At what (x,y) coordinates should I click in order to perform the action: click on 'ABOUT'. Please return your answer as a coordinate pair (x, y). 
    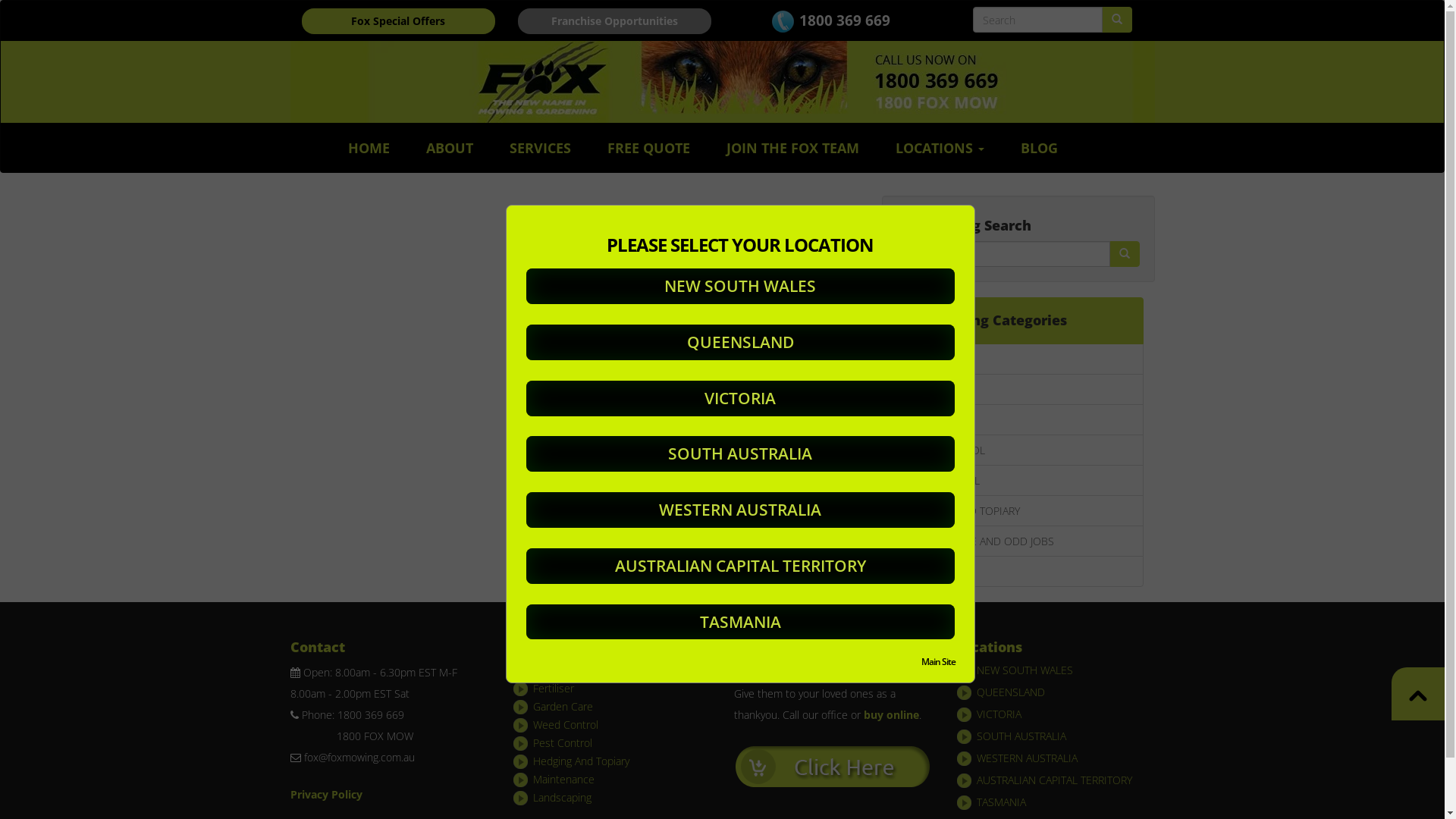
    Looking at the image, I should click on (449, 148).